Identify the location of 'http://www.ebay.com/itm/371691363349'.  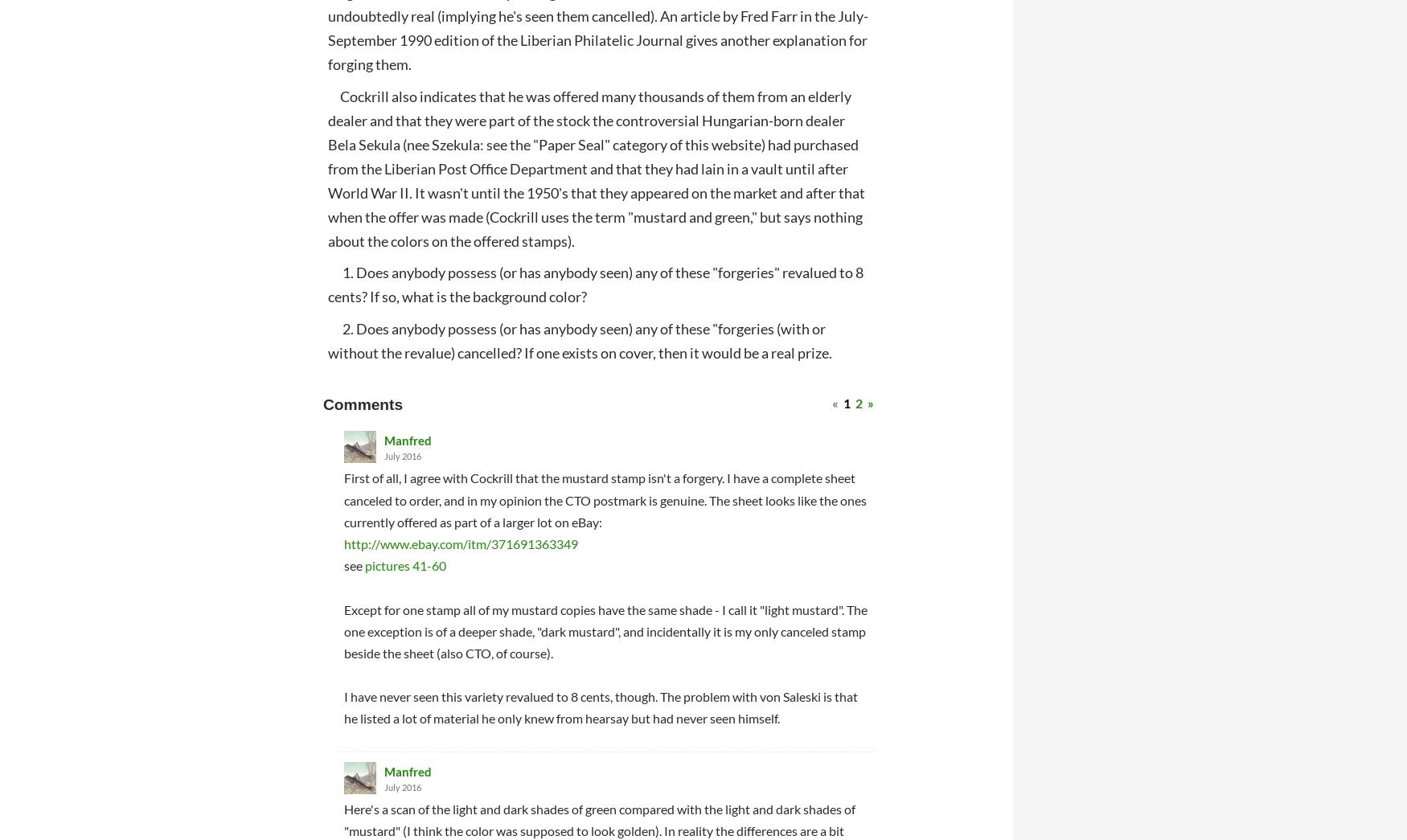
(343, 543).